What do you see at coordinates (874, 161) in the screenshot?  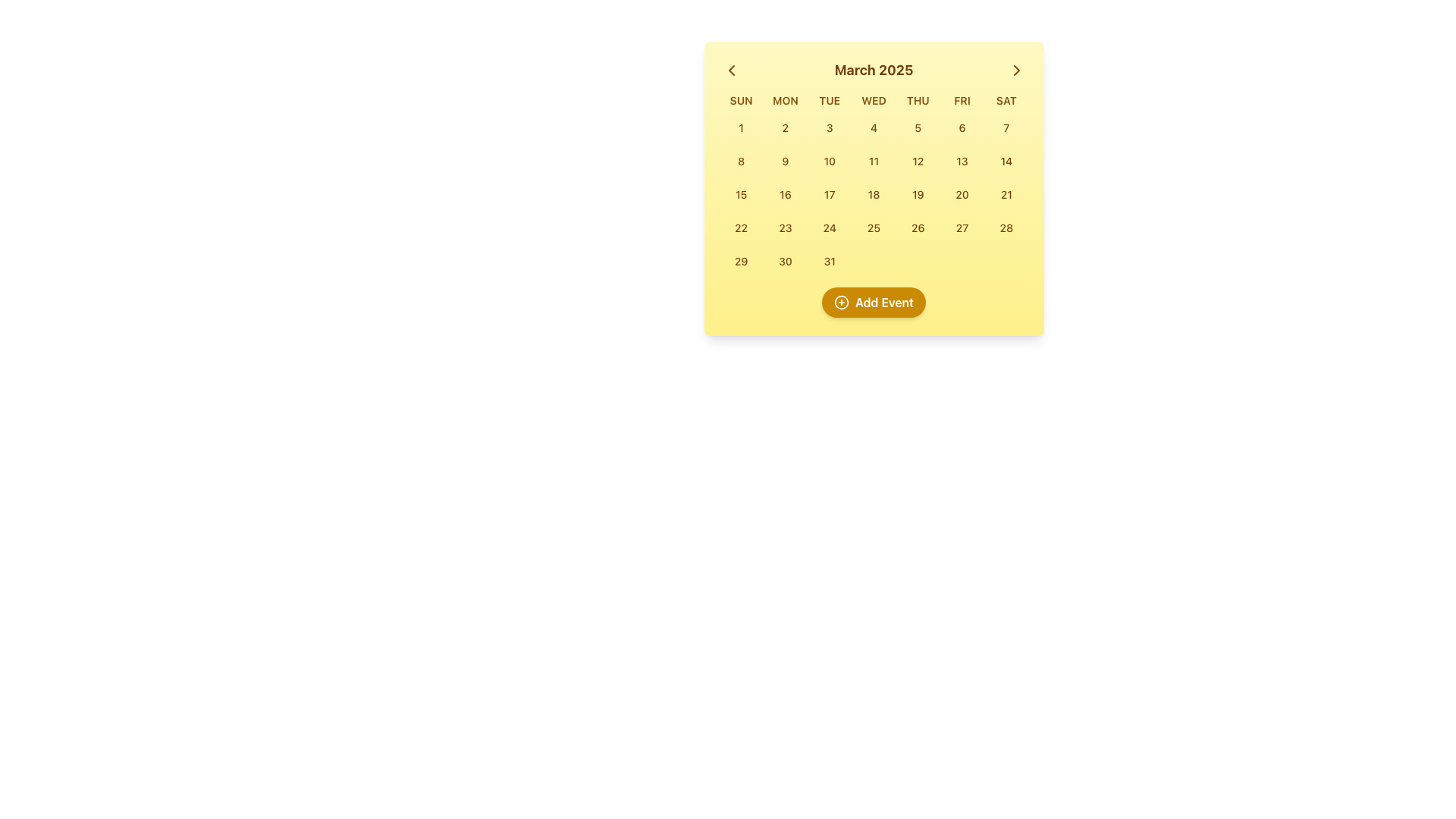 I see `the date button displaying the number '11' in the datepicker interface` at bounding box center [874, 161].